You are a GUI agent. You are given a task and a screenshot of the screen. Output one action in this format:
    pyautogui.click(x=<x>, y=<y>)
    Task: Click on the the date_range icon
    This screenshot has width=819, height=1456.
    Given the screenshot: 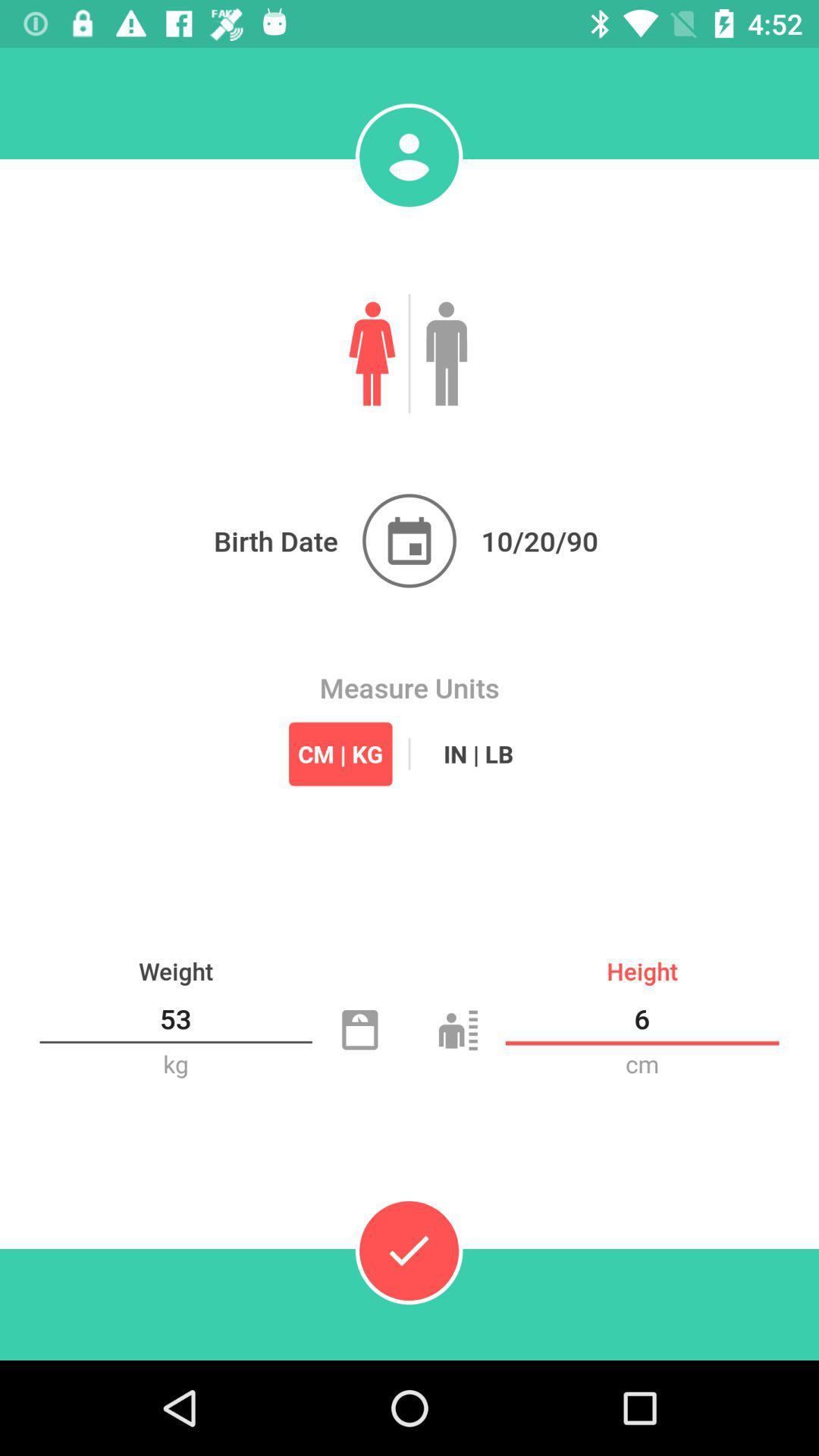 What is the action you would take?
    pyautogui.click(x=409, y=541)
    